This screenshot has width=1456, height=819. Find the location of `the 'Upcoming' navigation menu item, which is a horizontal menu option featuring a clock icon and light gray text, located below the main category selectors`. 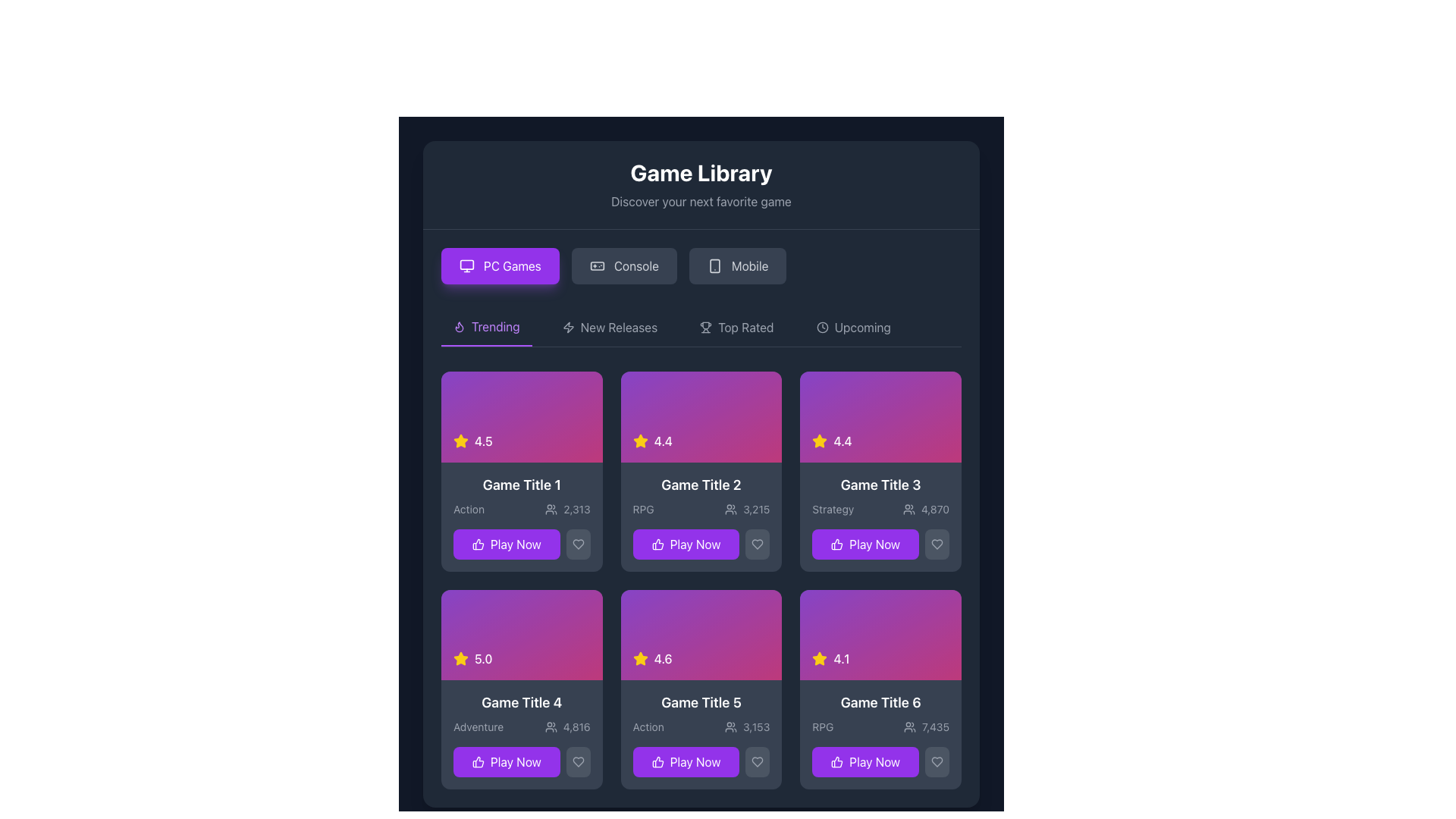

the 'Upcoming' navigation menu item, which is a horizontal menu option featuring a clock icon and light gray text, located below the main category selectors is located at coordinates (853, 327).